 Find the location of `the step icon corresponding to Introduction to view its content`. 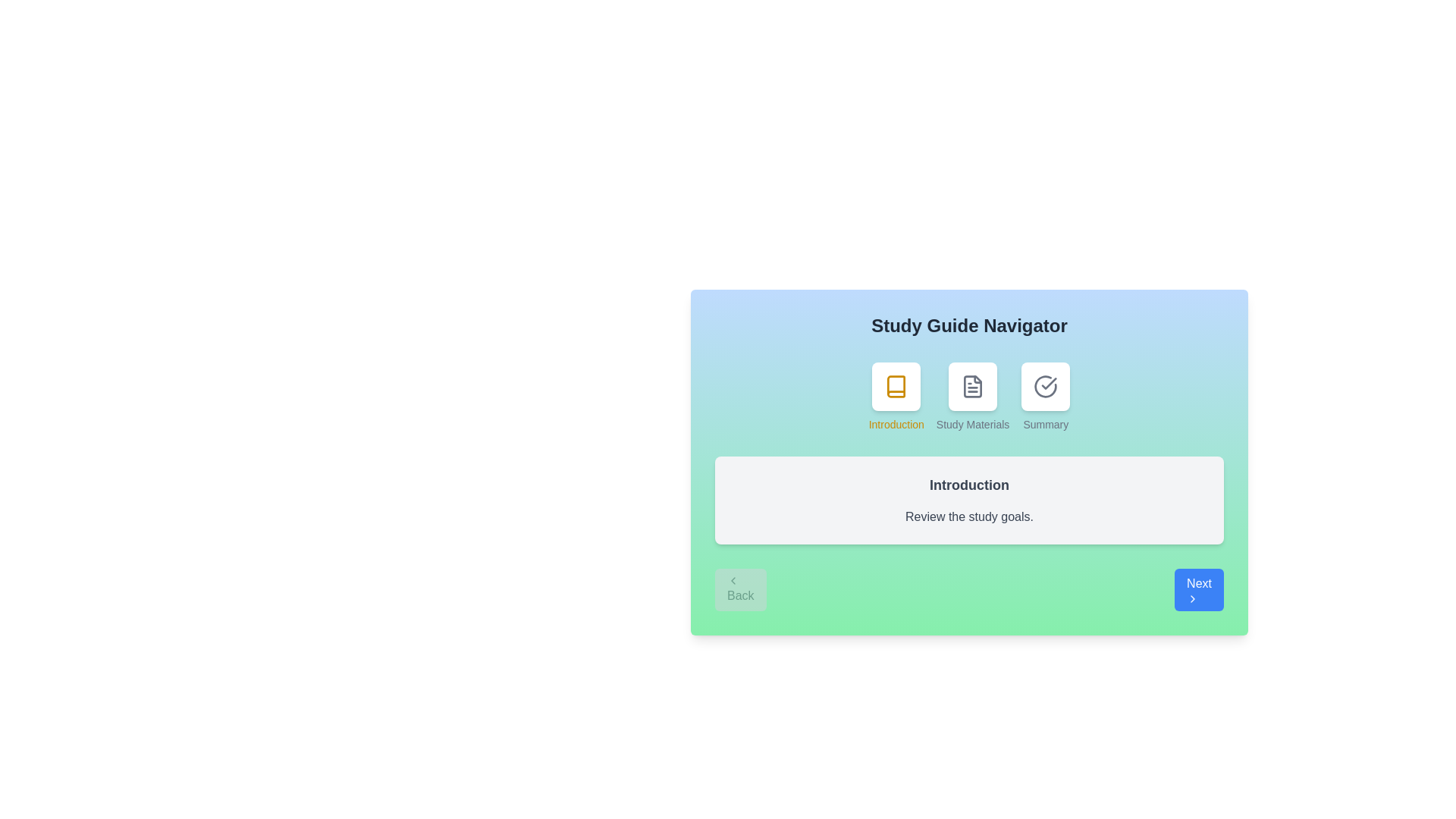

the step icon corresponding to Introduction to view its content is located at coordinates (896, 397).